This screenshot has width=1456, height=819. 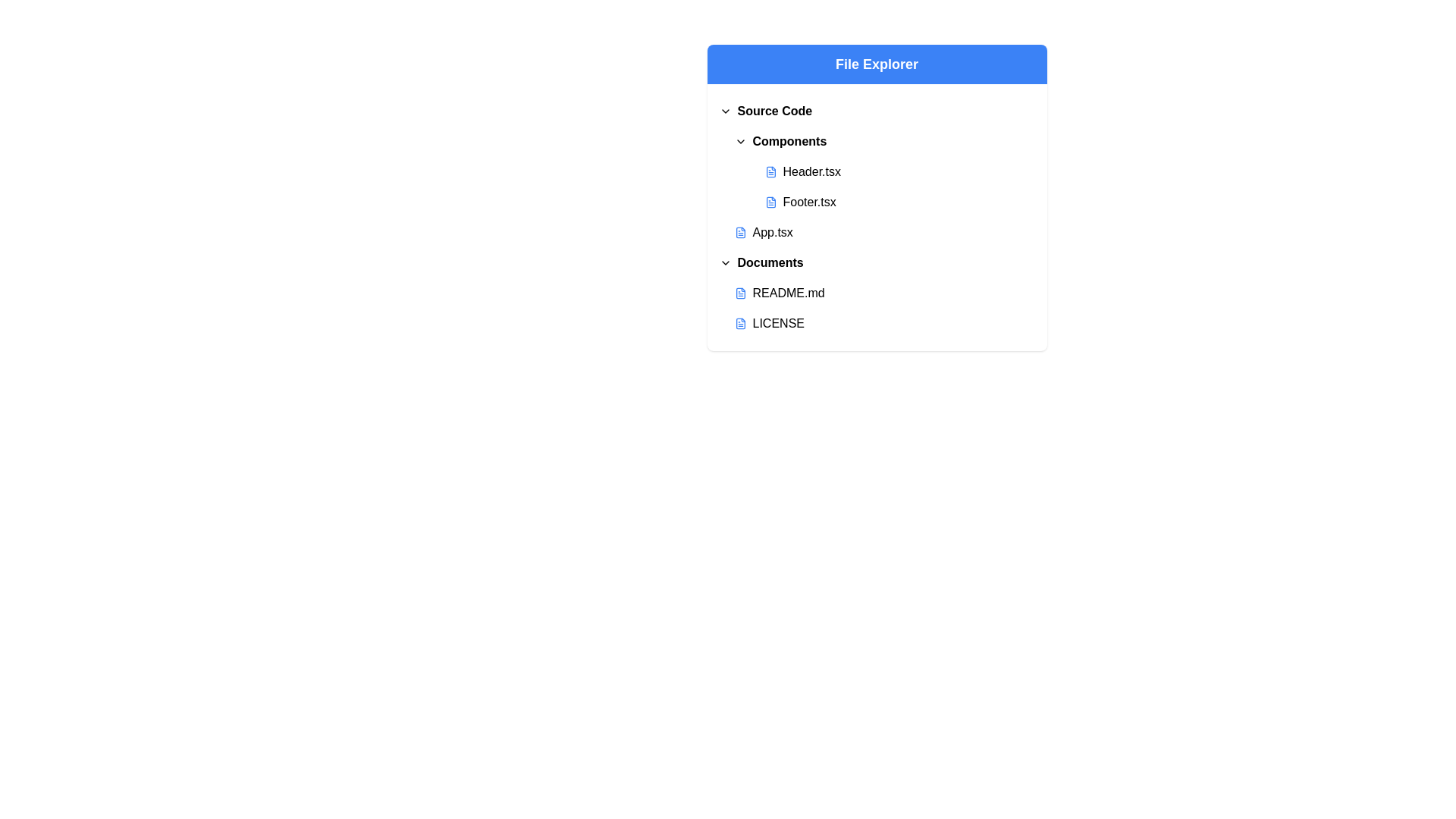 I want to click on the SVG Icon of a downward arrow located to the left of the 'Documents' label, so click(x=724, y=262).